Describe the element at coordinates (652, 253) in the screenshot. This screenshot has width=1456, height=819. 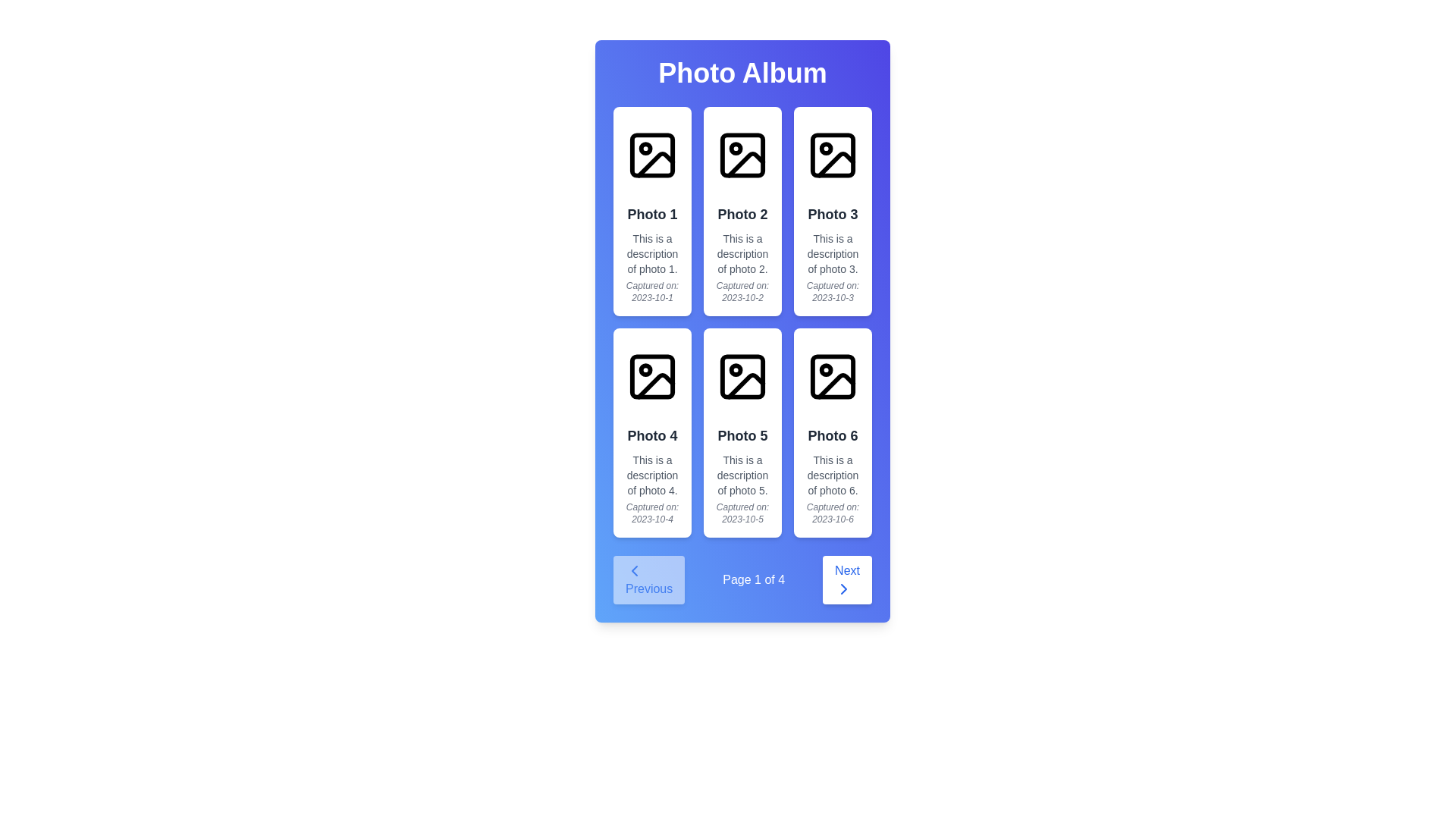
I see `the text label that provides additional information about the associated image and title within its card, located directly below the title 'Photo 1'` at that location.